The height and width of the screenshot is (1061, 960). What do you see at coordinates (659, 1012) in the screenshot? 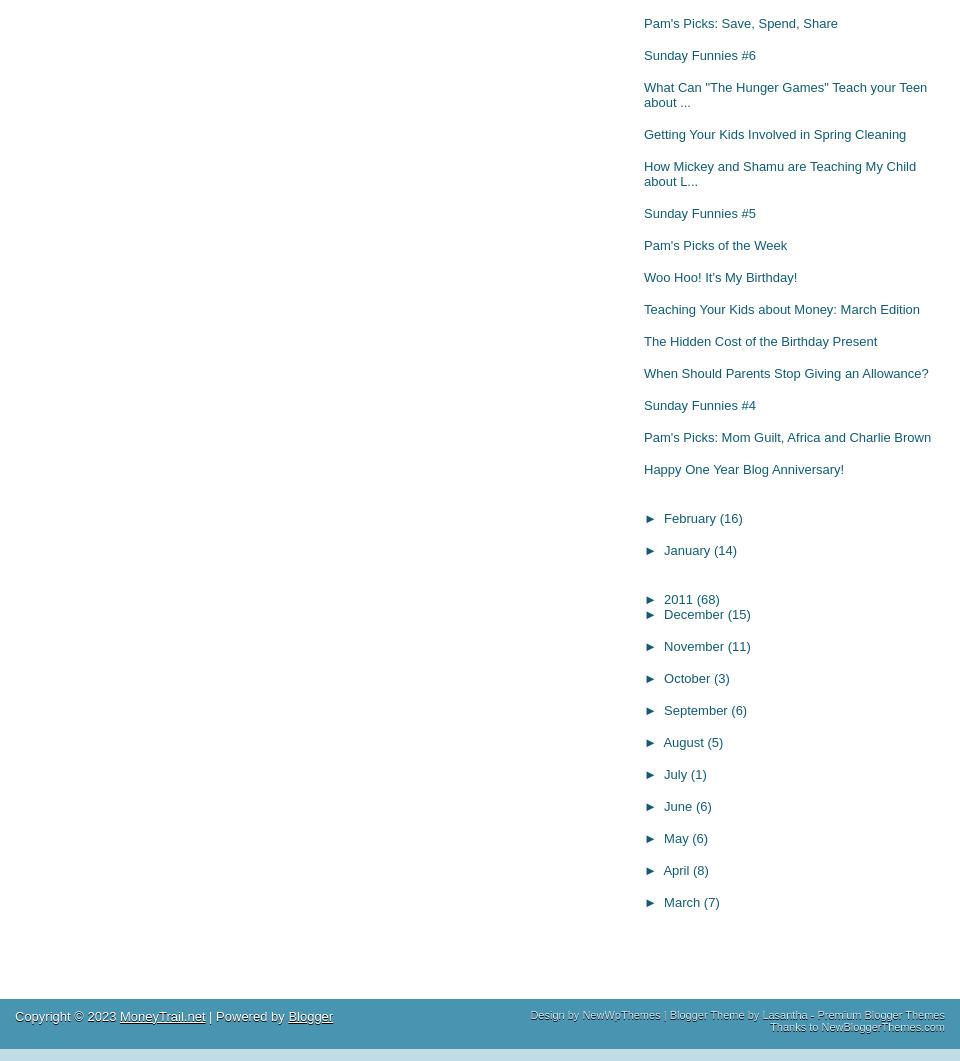
I see `'| Blogger Theme by'` at bounding box center [659, 1012].